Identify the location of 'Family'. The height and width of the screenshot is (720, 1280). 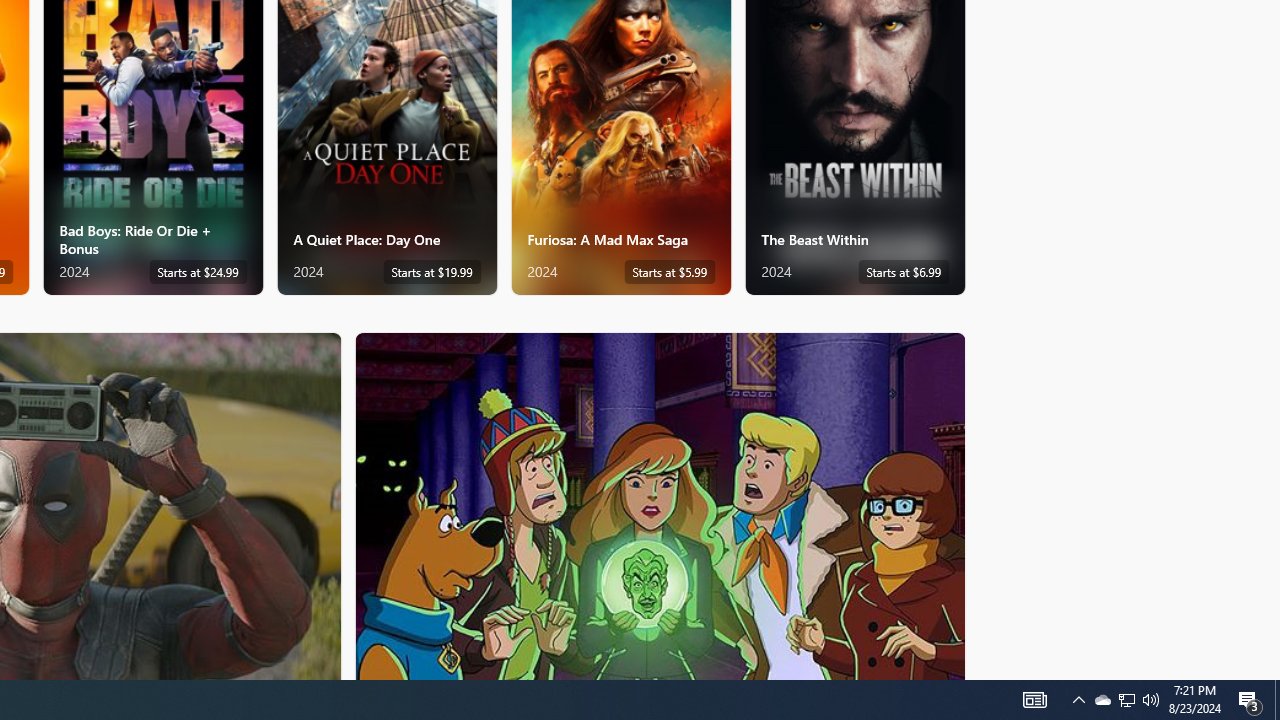
(660, 504).